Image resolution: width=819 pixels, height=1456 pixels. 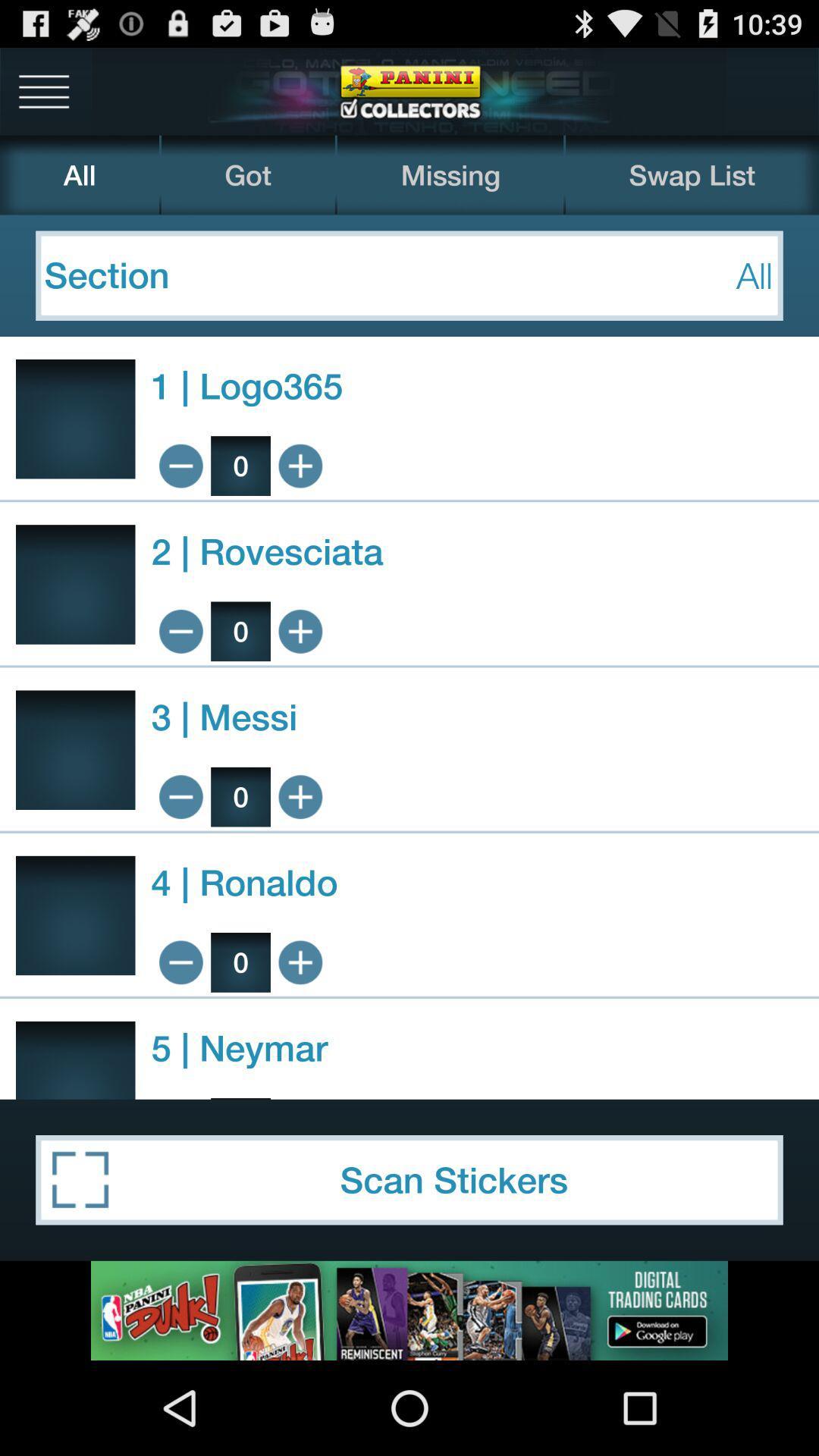 I want to click on subtraction option, so click(x=180, y=962).